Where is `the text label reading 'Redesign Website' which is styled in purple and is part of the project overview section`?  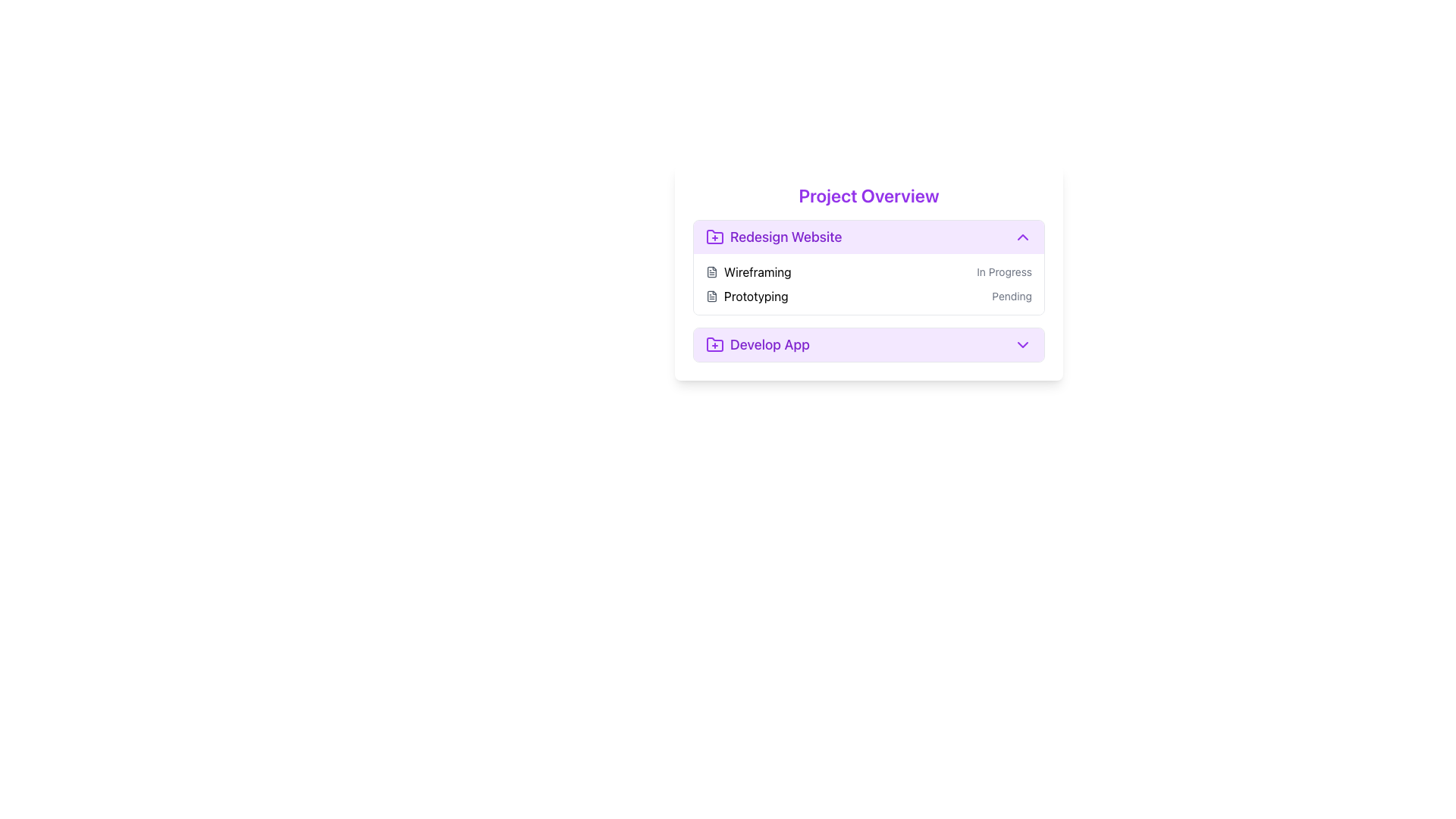 the text label reading 'Redesign Website' which is styled in purple and is part of the project overview section is located at coordinates (786, 237).